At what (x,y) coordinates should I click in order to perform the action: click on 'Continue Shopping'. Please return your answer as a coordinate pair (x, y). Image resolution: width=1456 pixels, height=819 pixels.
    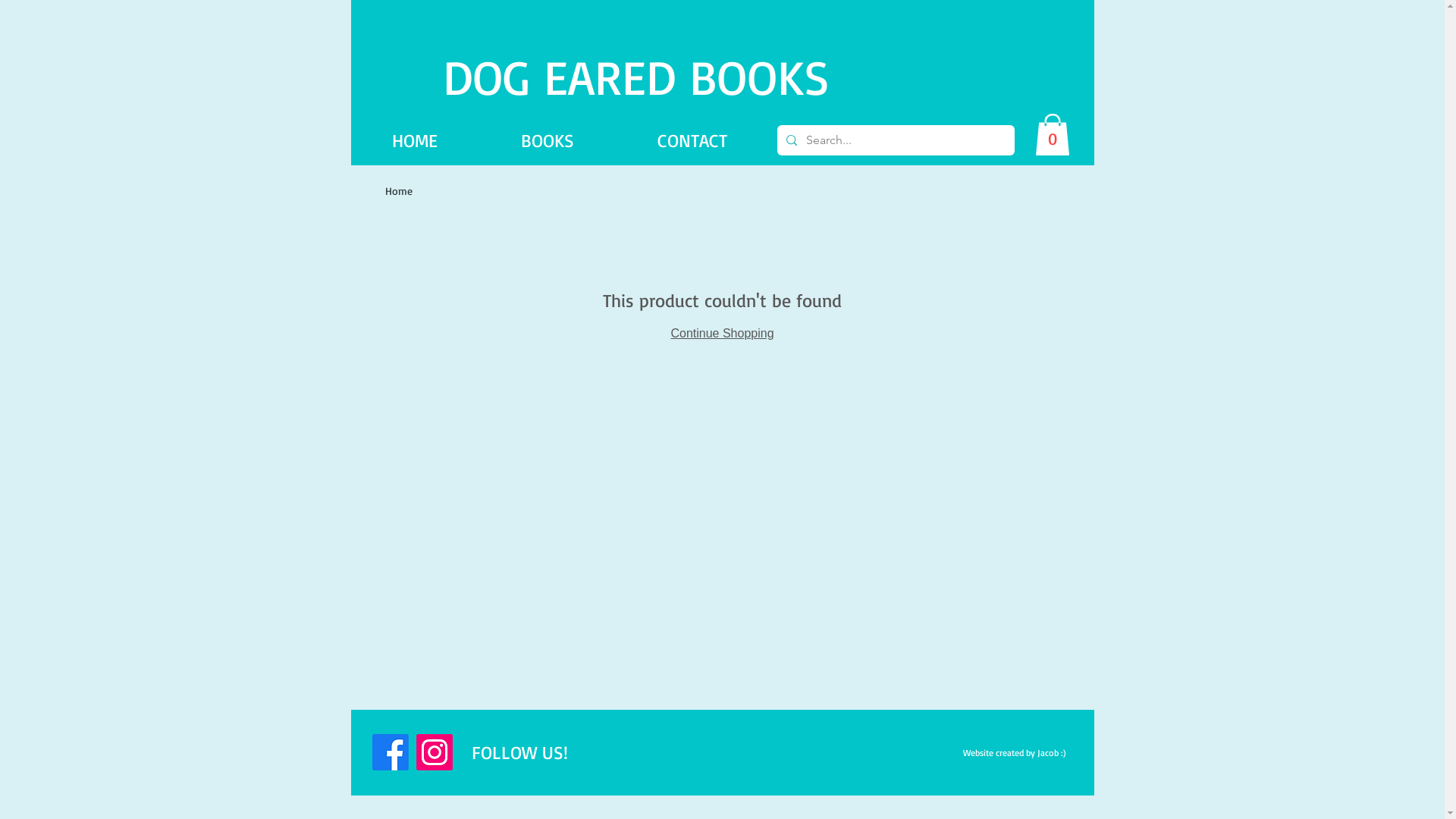
    Looking at the image, I should click on (669, 332).